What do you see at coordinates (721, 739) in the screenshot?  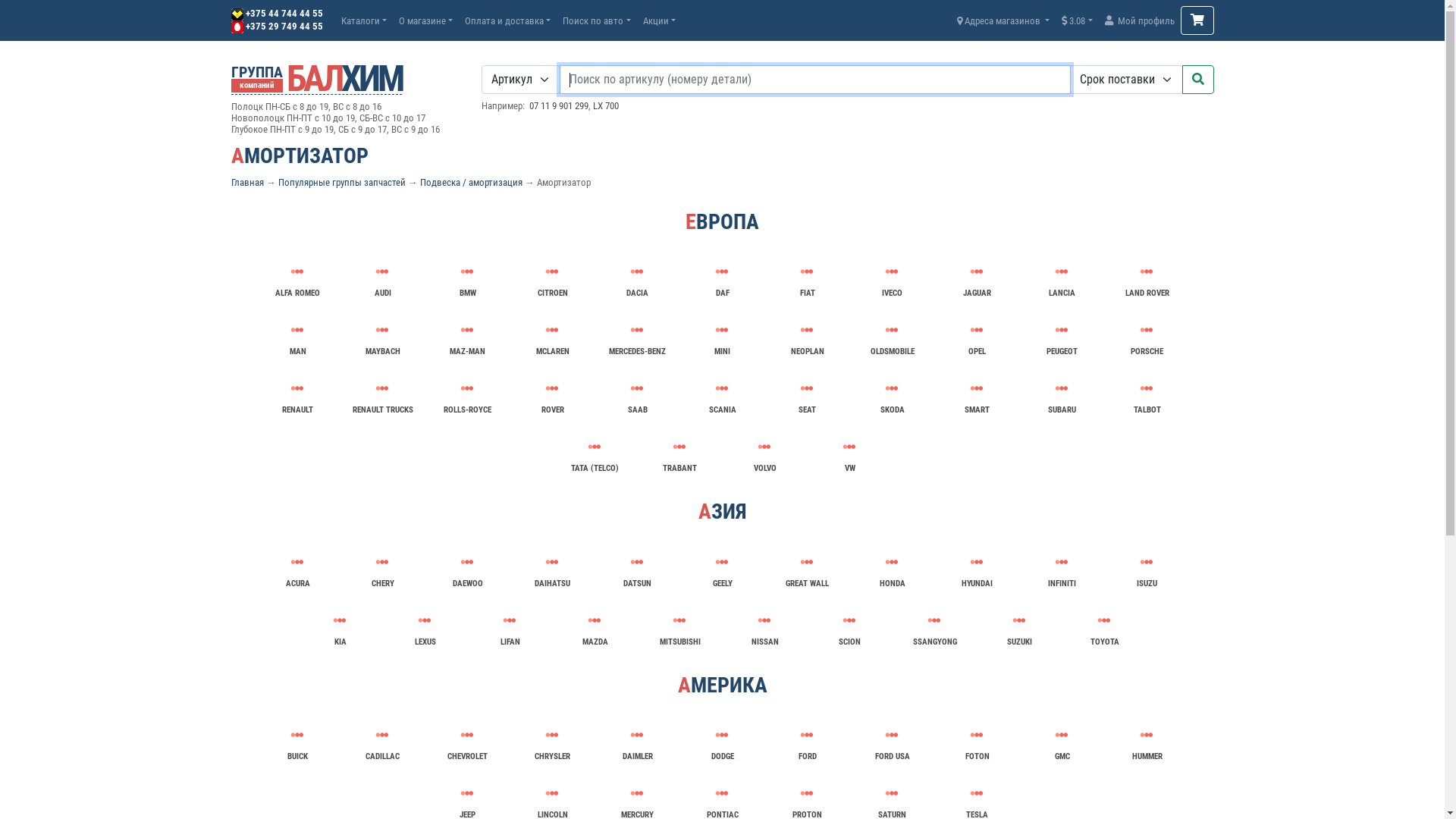 I see `'DODGE'` at bounding box center [721, 739].